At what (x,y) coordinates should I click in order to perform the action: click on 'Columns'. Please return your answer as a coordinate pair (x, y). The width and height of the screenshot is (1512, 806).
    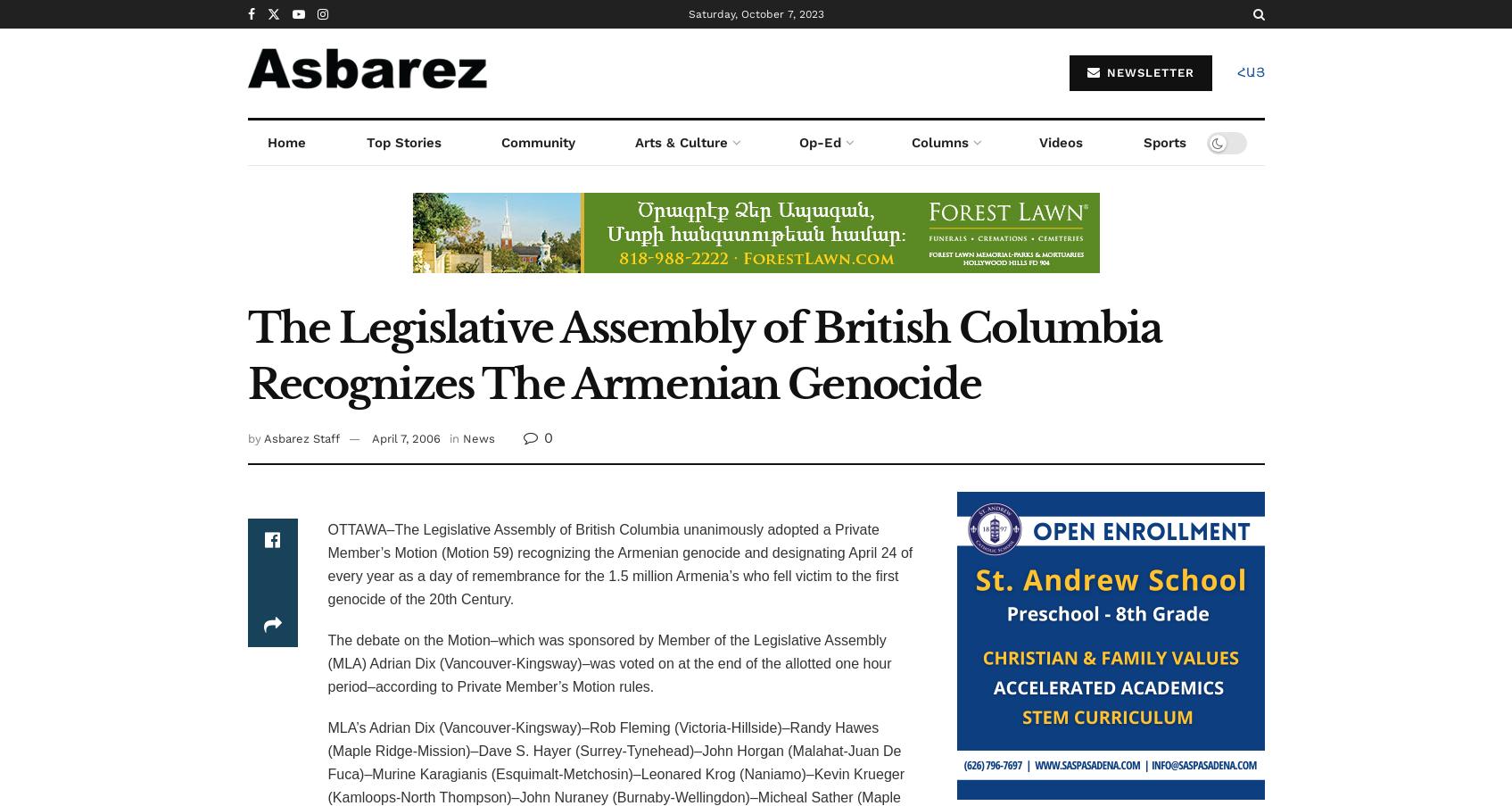
    Looking at the image, I should click on (939, 142).